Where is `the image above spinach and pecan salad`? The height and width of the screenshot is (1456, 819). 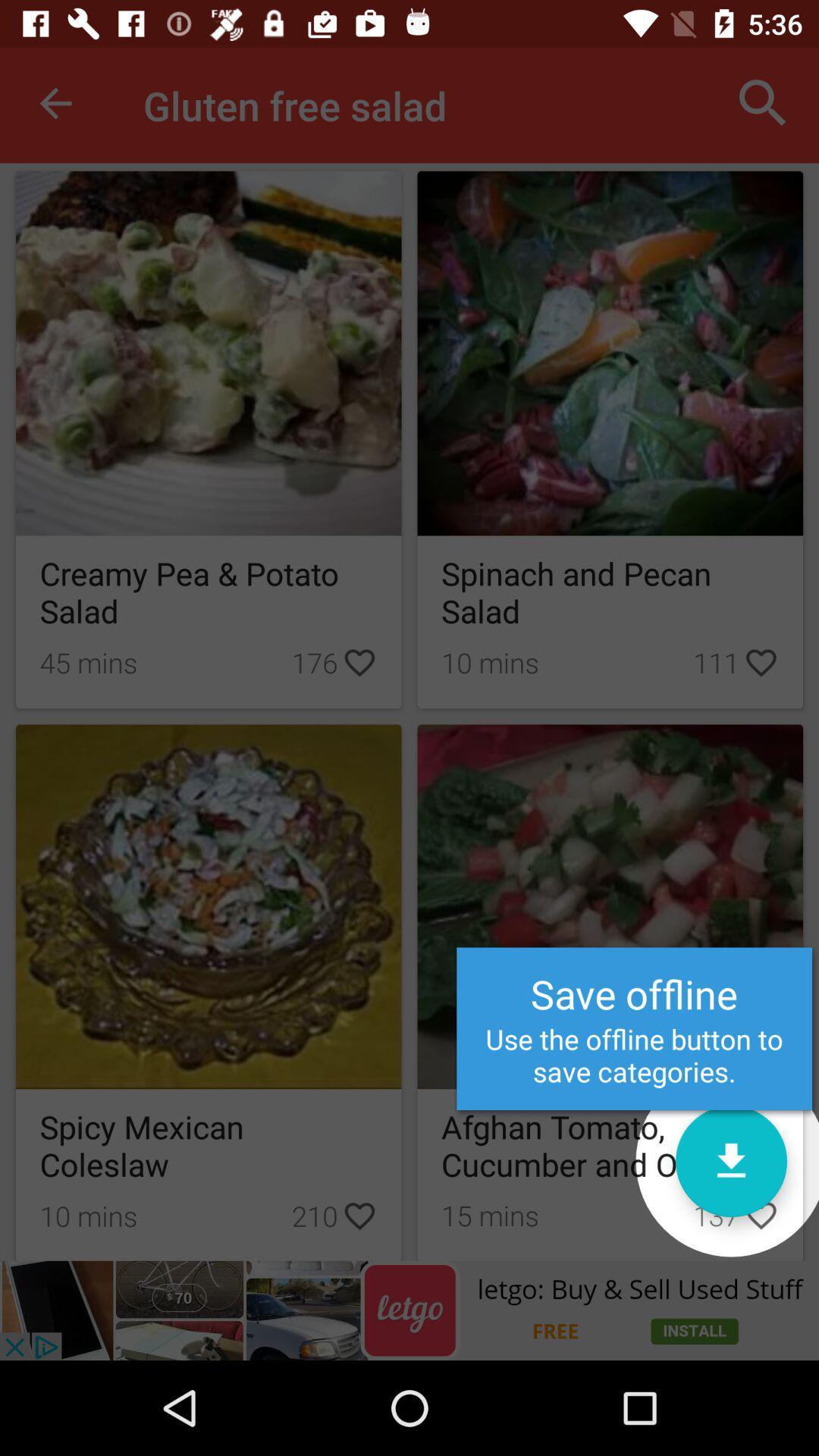
the image above spinach and pecan salad is located at coordinates (610, 353).